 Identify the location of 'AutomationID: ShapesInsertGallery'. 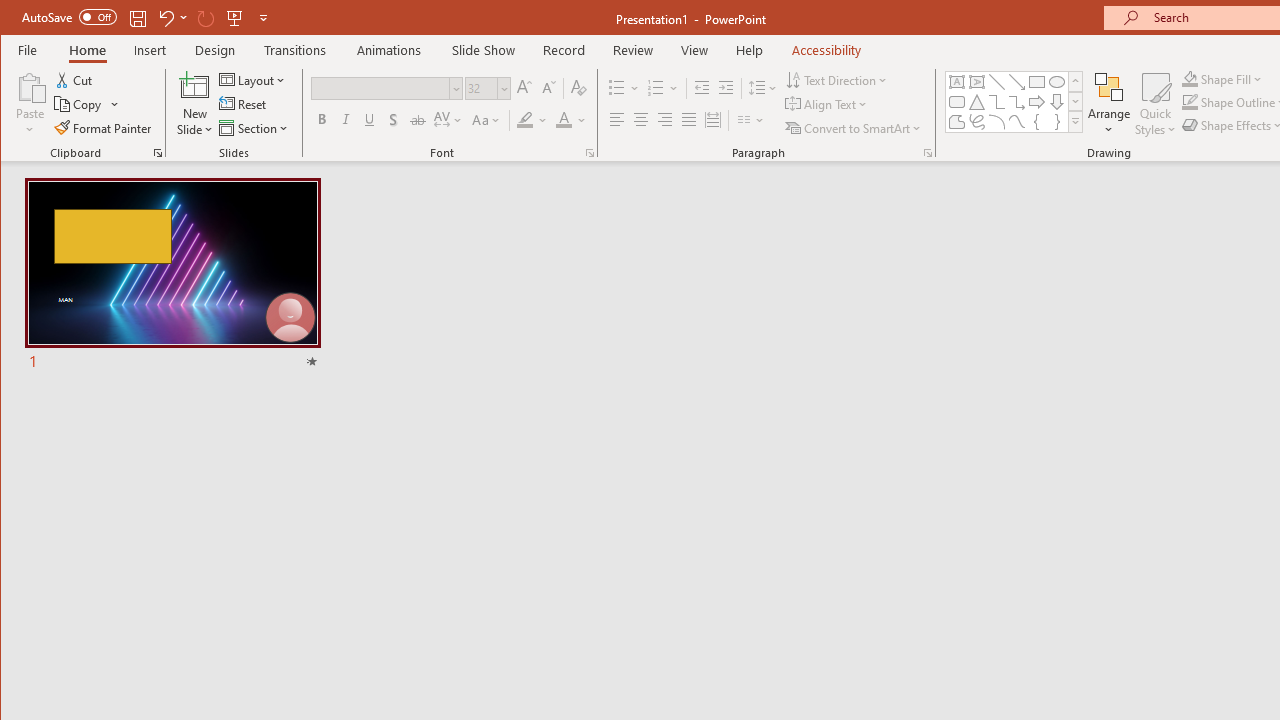
(1015, 102).